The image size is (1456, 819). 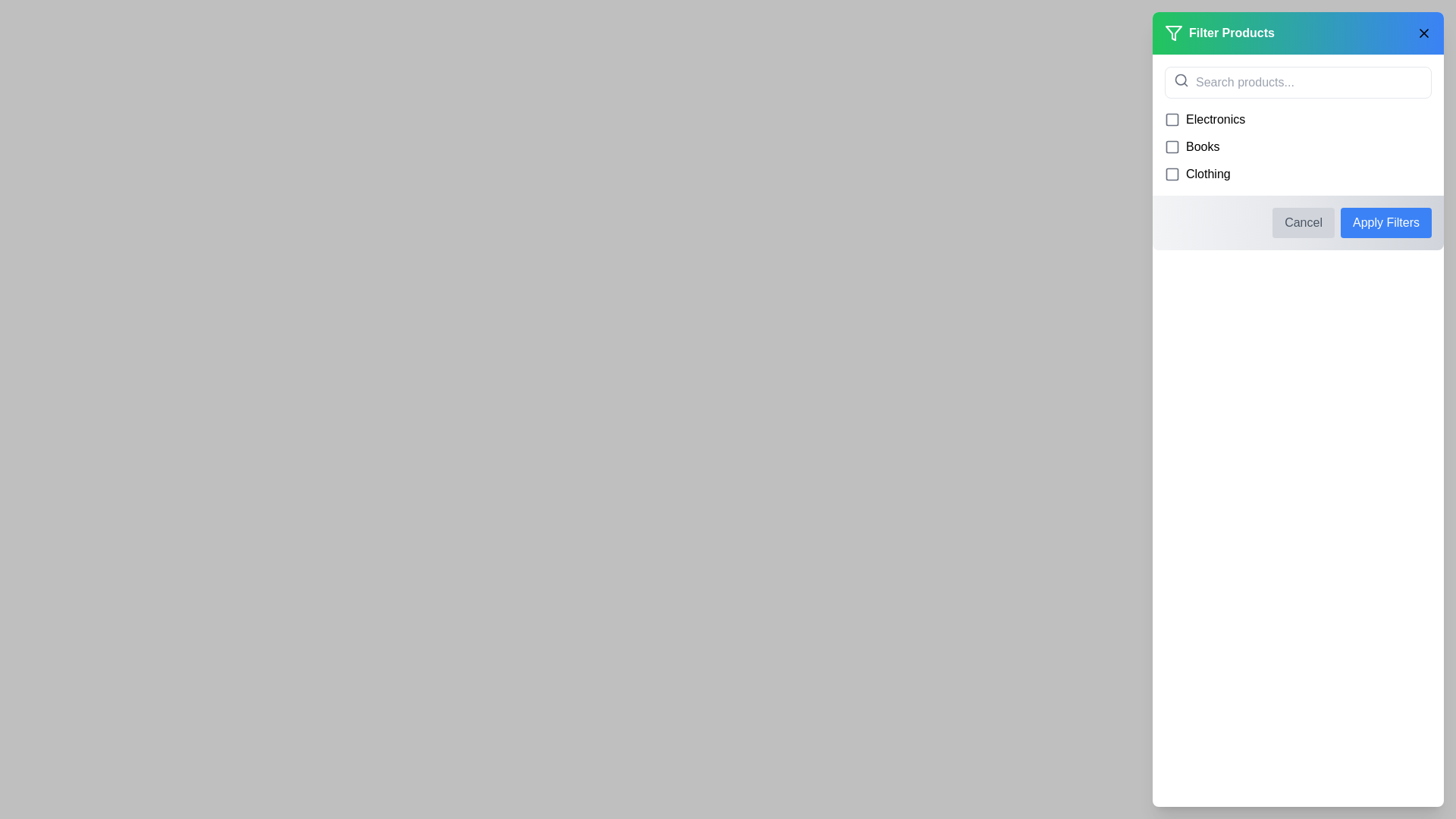 I want to click on the 'Books' checkbox in the 'Filter Products' modal to potentially reveal hover effects, so click(x=1171, y=146).